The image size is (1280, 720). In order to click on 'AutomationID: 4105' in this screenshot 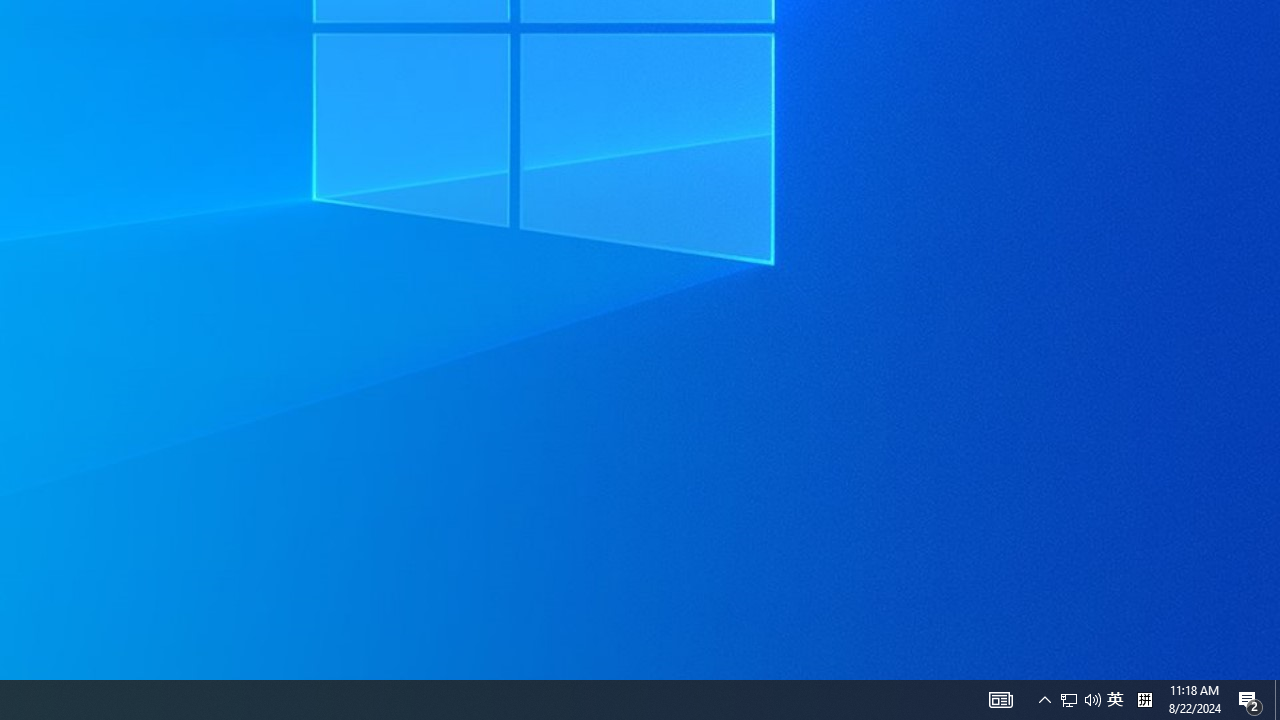, I will do `click(1044, 698)`.